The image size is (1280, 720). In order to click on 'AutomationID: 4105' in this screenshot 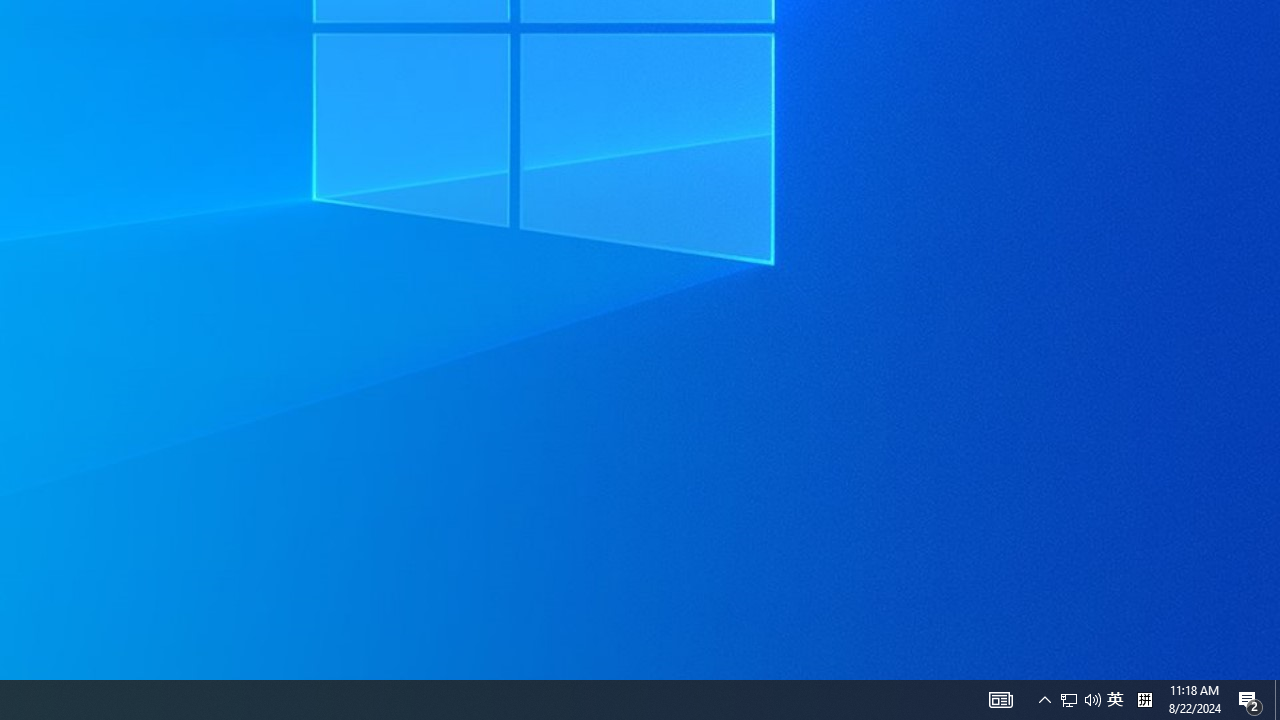, I will do `click(1044, 698)`.